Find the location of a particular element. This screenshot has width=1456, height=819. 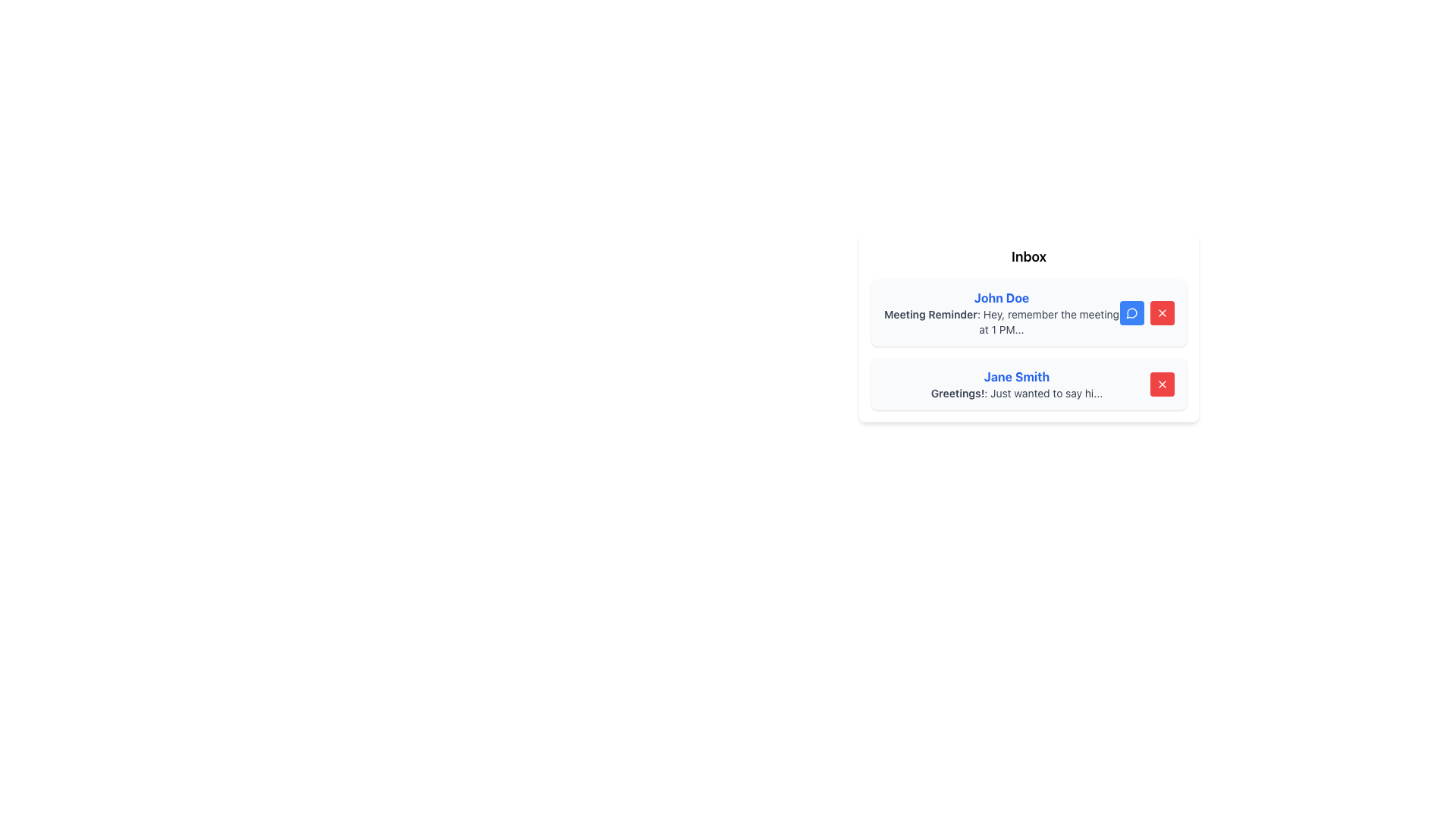

bold and blue-colored text label 'John Doe' which identifies the sender in the first message block of the inbox layout is located at coordinates (1001, 298).